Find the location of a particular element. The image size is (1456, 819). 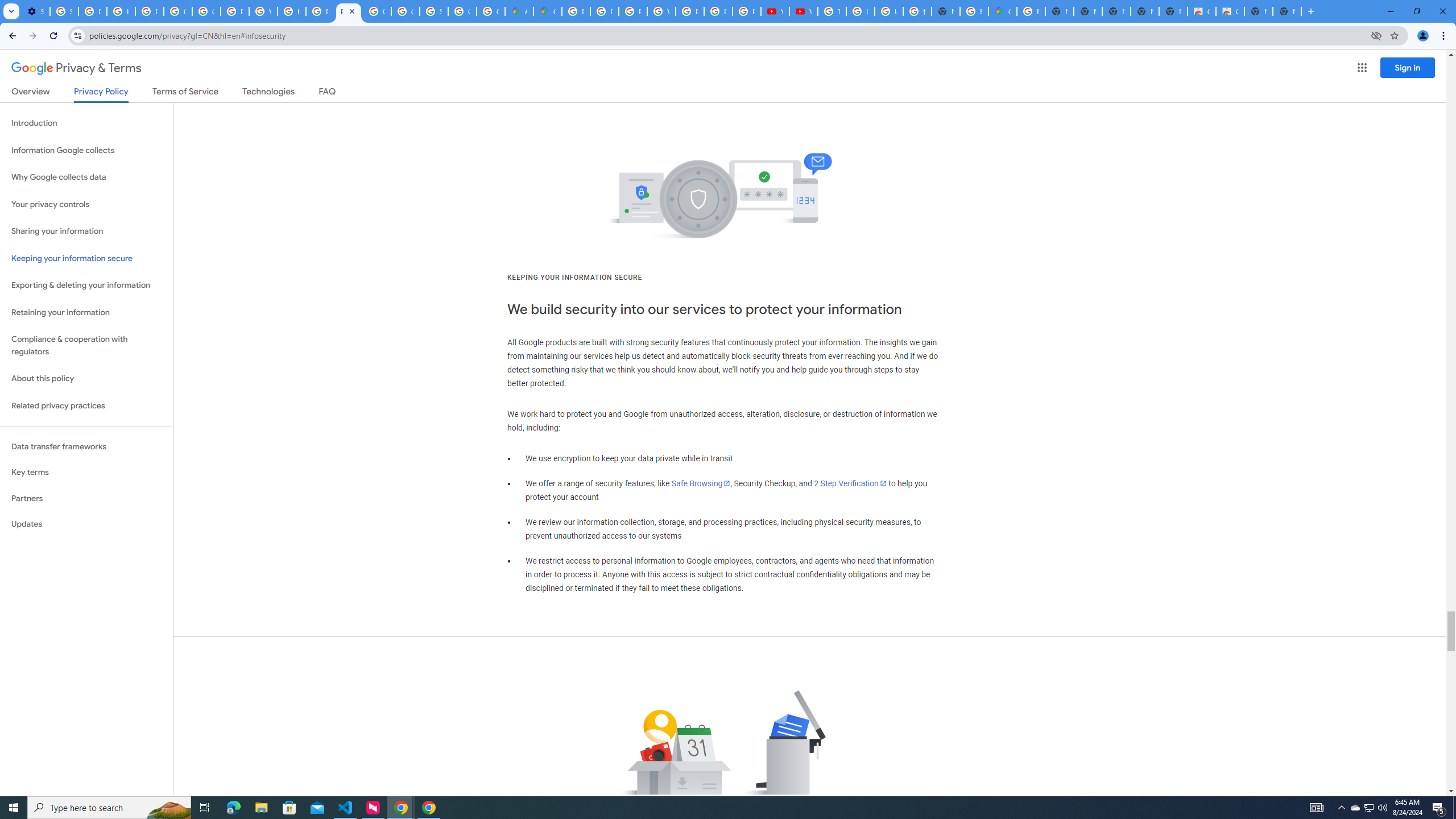

'Exporting & deleting your information' is located at coordinates (86, 285).